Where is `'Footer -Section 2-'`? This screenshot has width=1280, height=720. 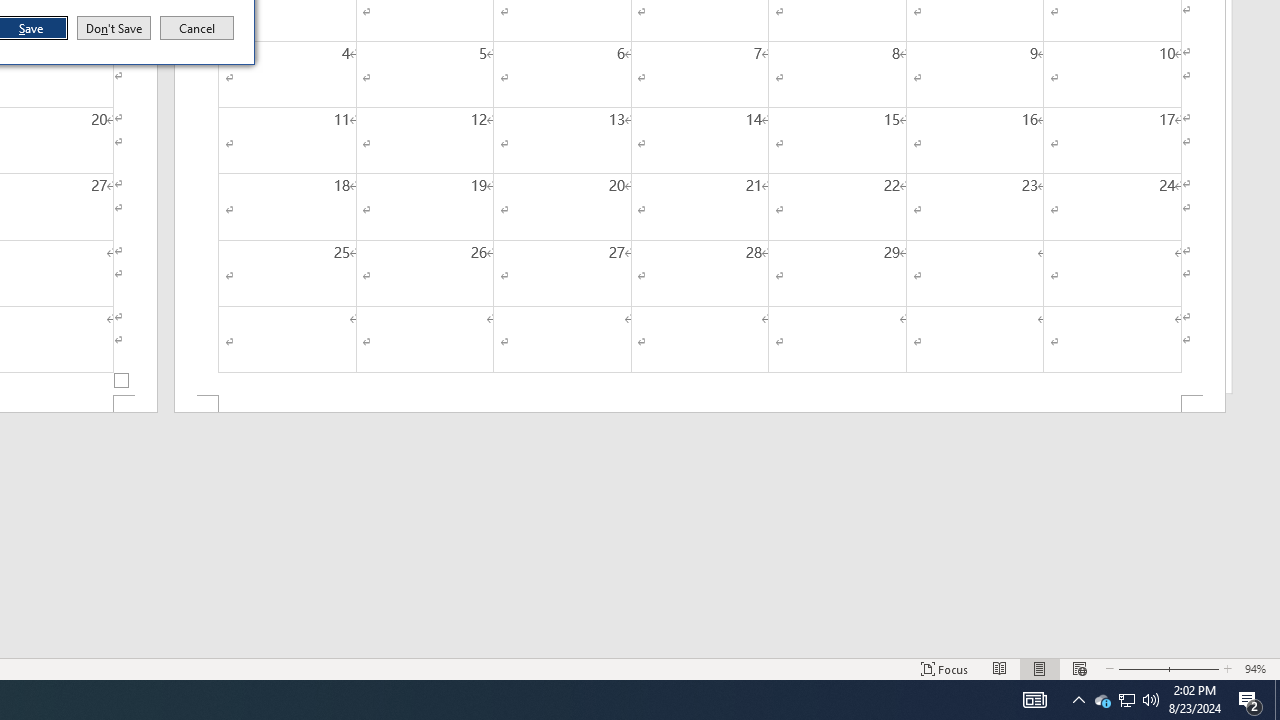
'Footer -Section 2-' is located at coordinates (700, 404).